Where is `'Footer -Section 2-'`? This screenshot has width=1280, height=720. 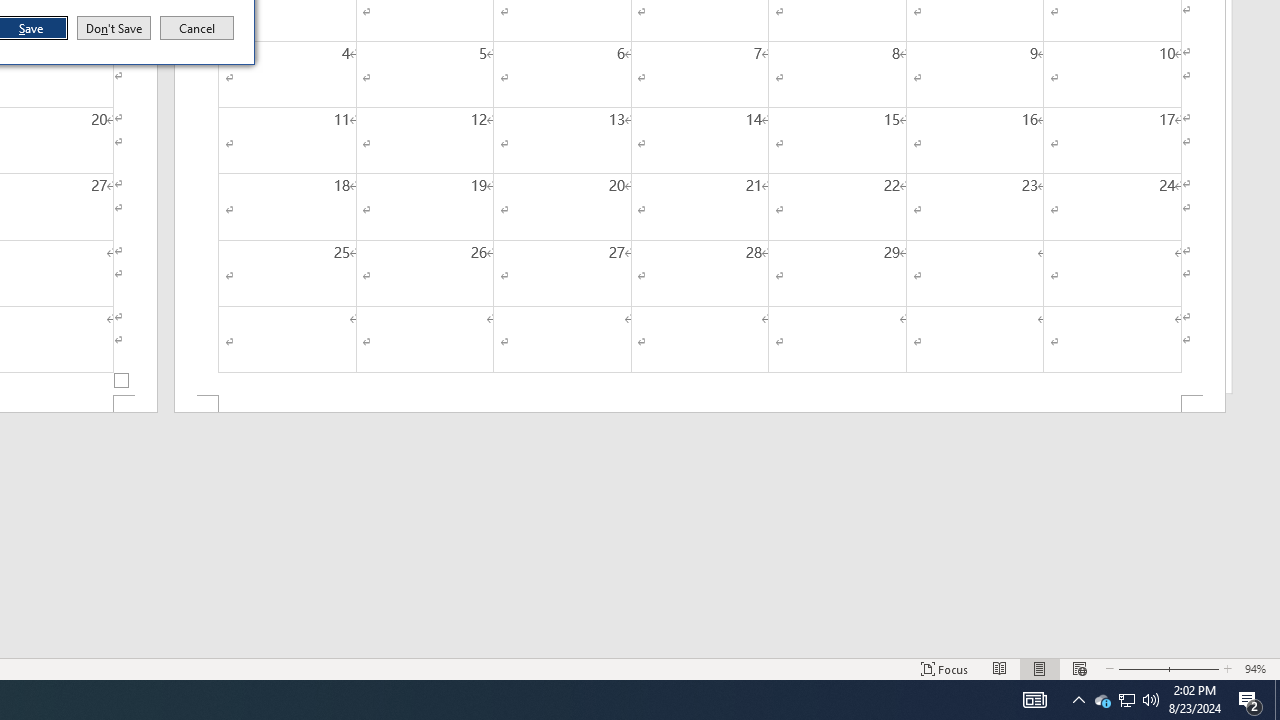
'Footer -Section 2-' is located at coordinates (700, 404).